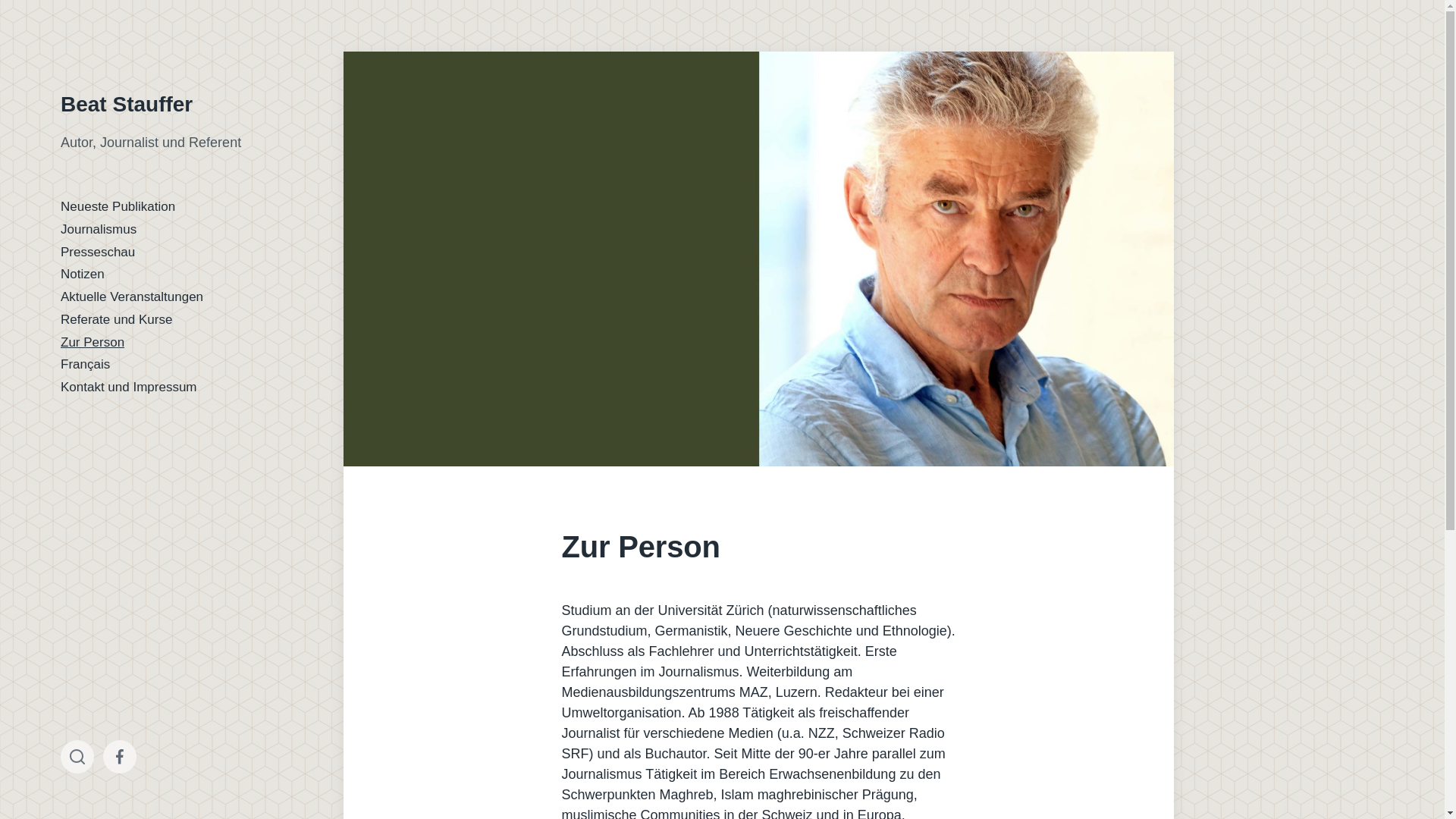  Describe the element at coordinates (97, 250) in the screenshot. I see `'Presseschau'` at that location.